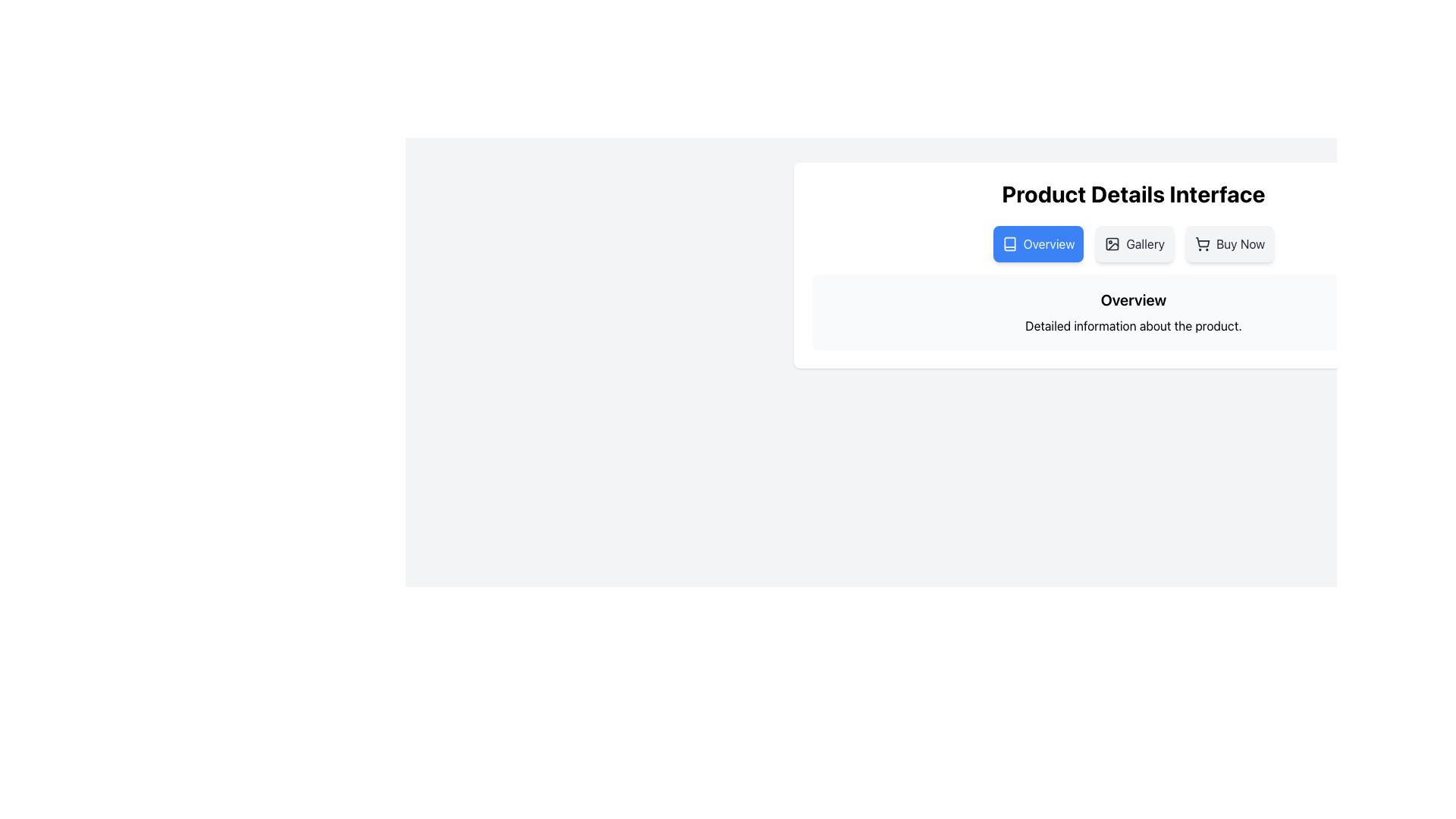  What do you see at coordinates (1009, 243) in the screenshot?
I see `the SVG-based icon embedded within the 'Overview' button located in the top-center area of the interface below the title 'Product Details Interface'` at bounding box center [1009, 243].